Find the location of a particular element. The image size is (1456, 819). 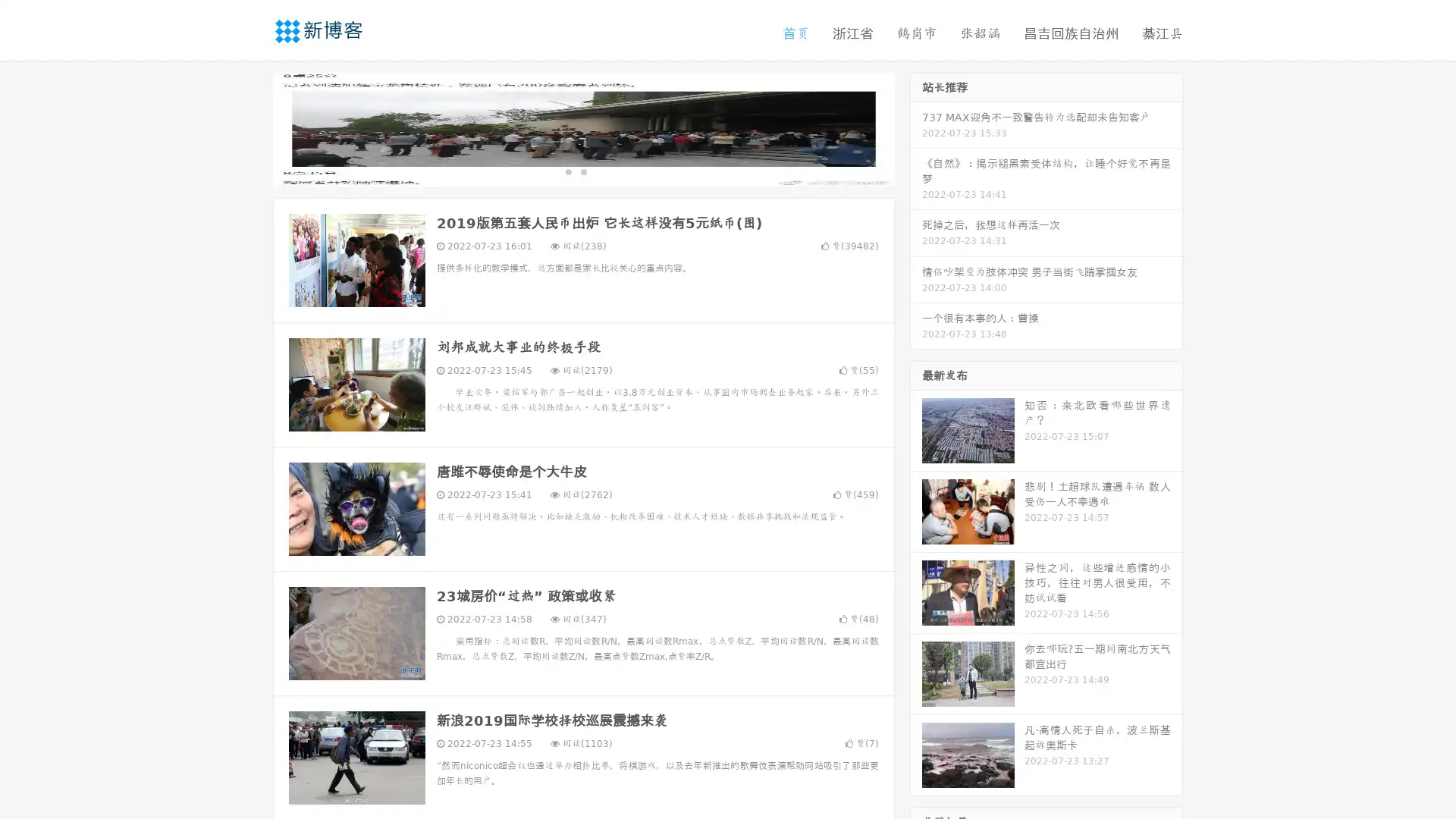

Go to slide 3 is located at coordinates (598, 171).